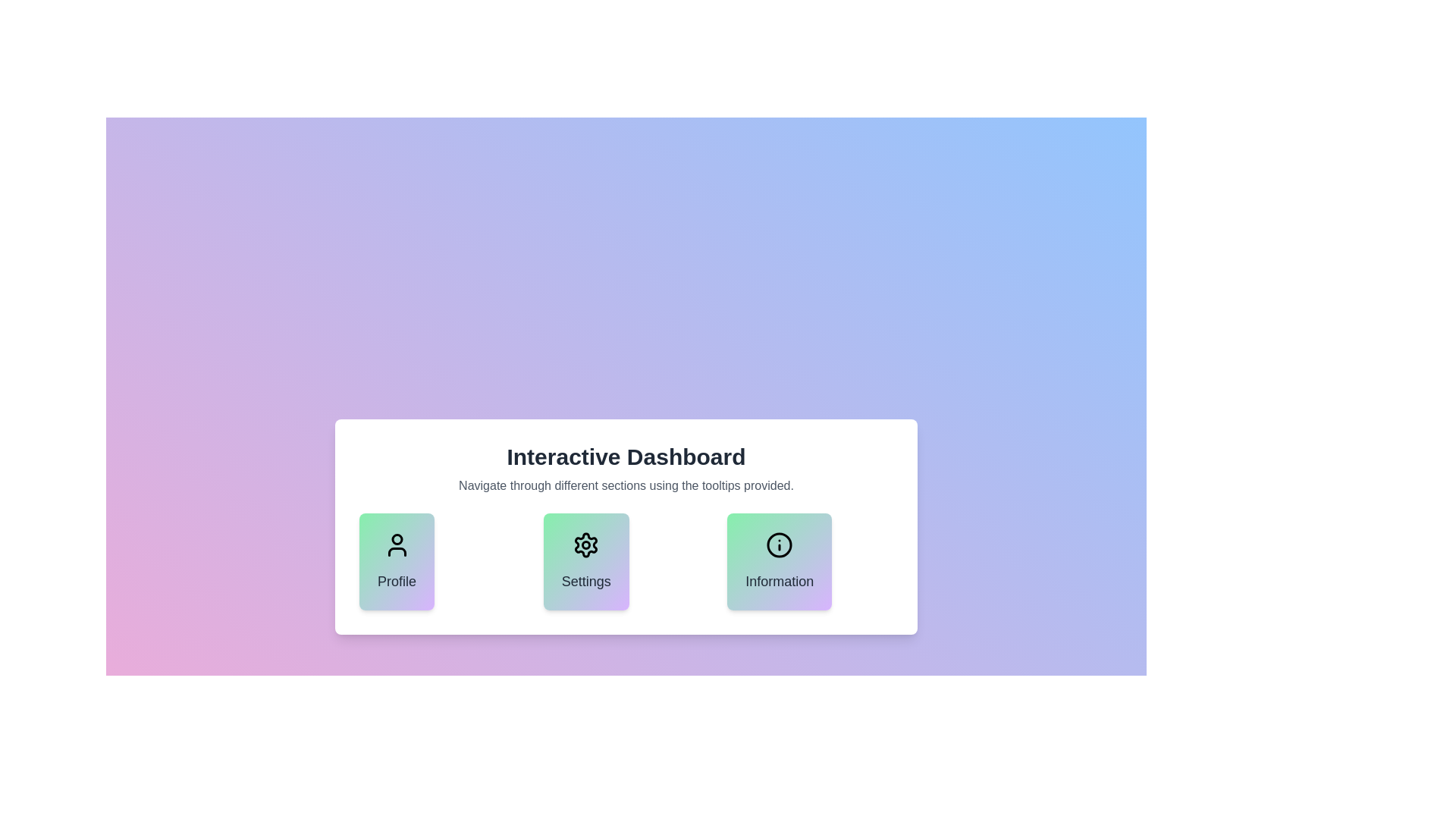 The width and height of the screenshot is (1456, 819). I want to click on the descriptive text element reading 'Navigate through different sections using the tooltips provided.' which is located directly below the bold title 'Interactive Dashboard.', so click(626, 485).